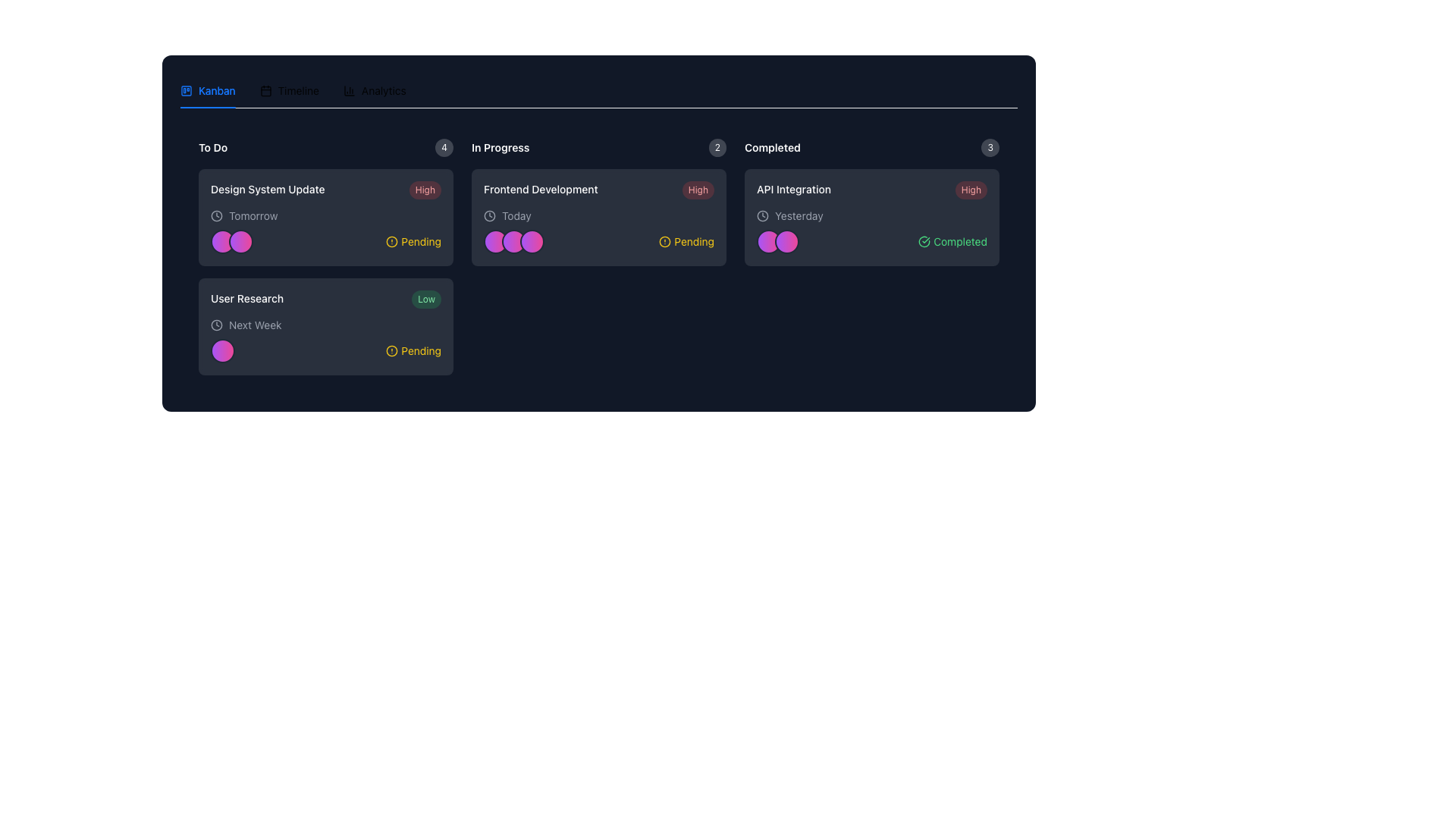 The image size is (1456, 819). I want to click on the time-related icon located in the 'To Do' column, which is positioned to the left of the label 'Tomorrow', so click(216, 216).